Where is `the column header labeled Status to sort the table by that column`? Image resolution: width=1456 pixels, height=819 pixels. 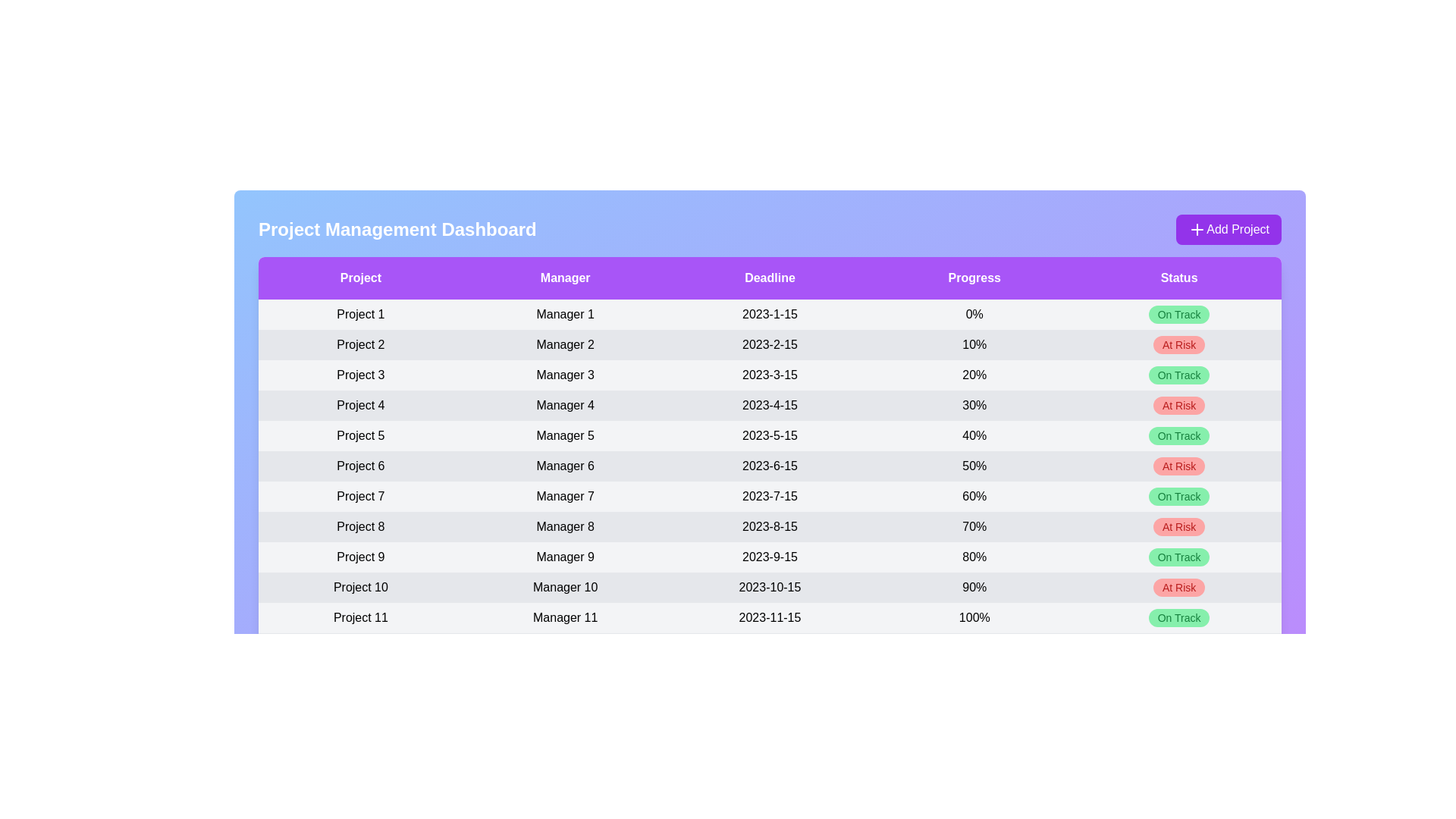 the column header labeled Status to sort the table by that column is located at coordinates (1178, 278).